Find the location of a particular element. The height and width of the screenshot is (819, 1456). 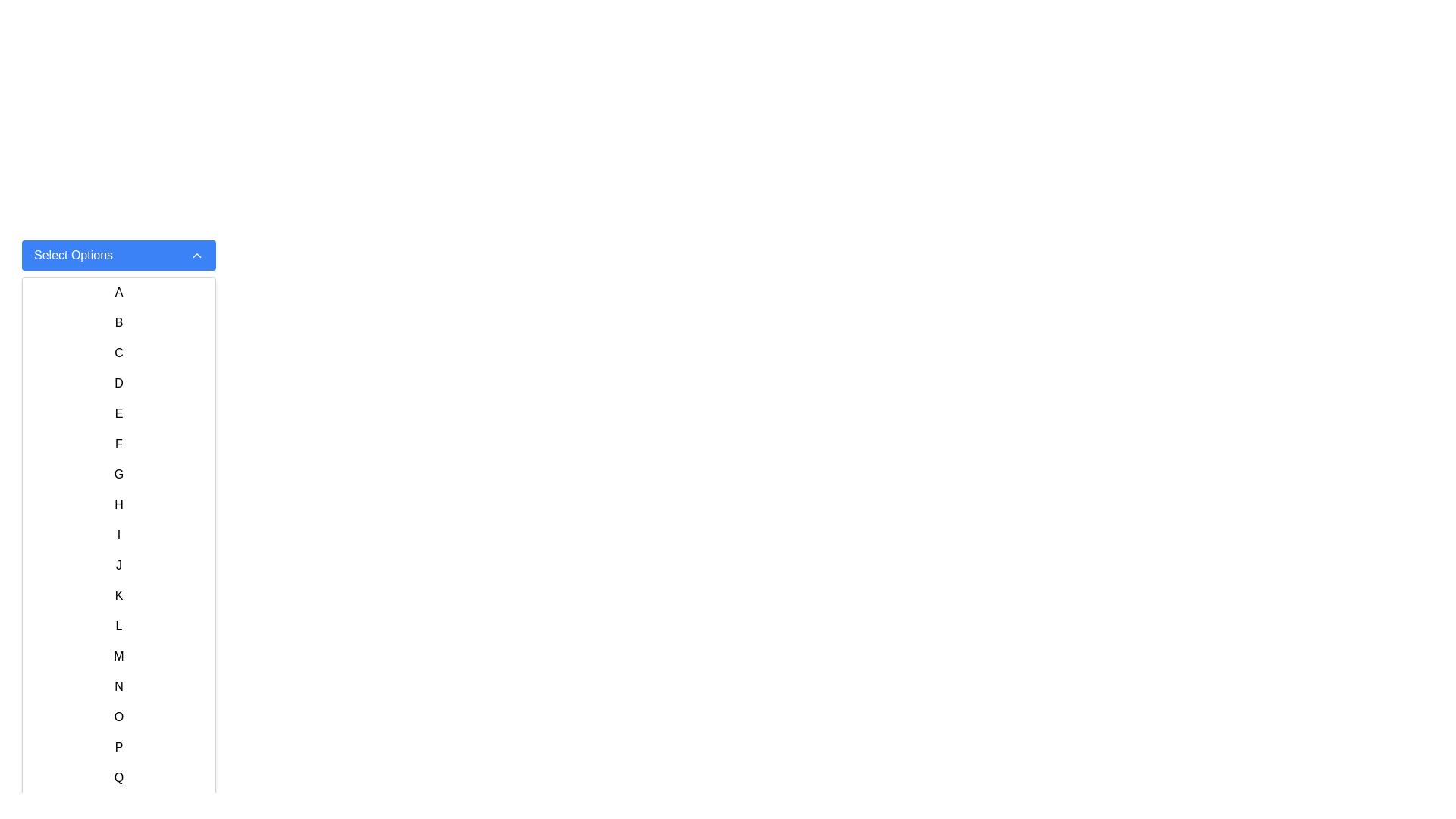

the dropdown menu item corresponding to the letter 'J', which is the 10th item in the list of alphabetical letters is located at coordinates (118, 565).